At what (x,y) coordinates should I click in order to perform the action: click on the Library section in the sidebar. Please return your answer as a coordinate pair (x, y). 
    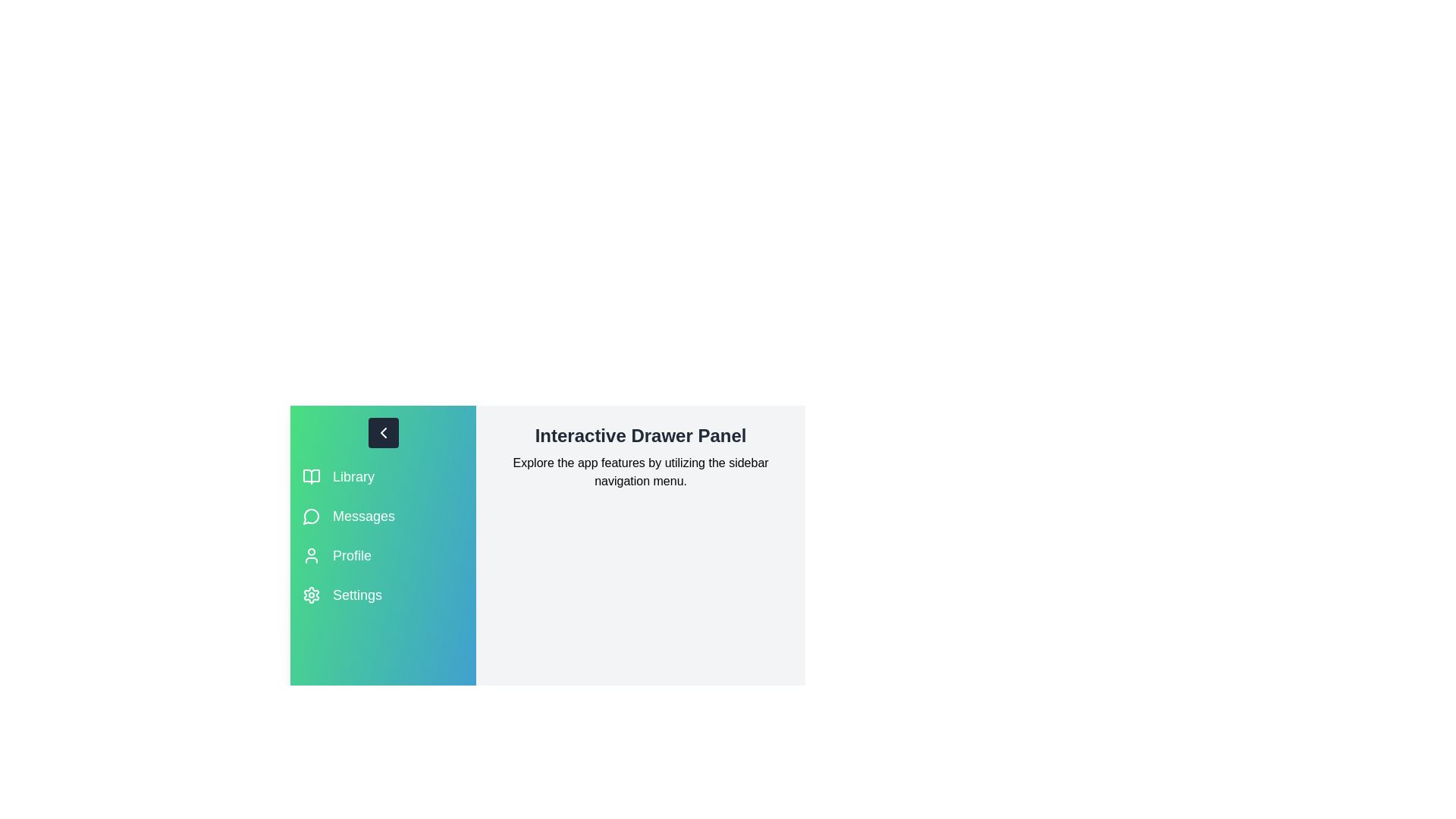
    Looking at the image, I should click on (382, 475).